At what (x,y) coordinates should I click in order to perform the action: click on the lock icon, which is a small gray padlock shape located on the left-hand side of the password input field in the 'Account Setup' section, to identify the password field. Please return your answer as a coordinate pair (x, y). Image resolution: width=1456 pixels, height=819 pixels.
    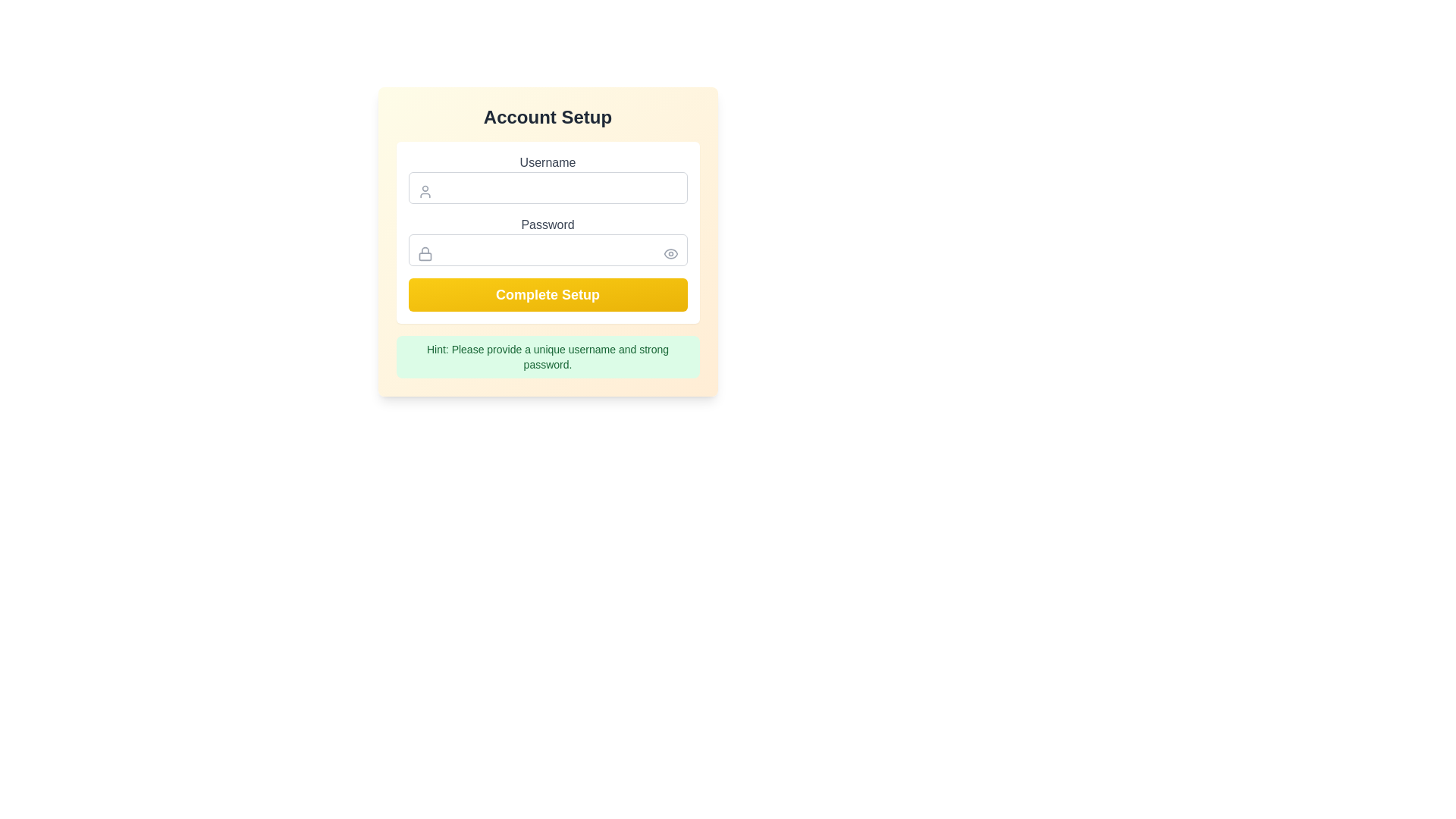
    Looking at the image, I should click on (425, 253).